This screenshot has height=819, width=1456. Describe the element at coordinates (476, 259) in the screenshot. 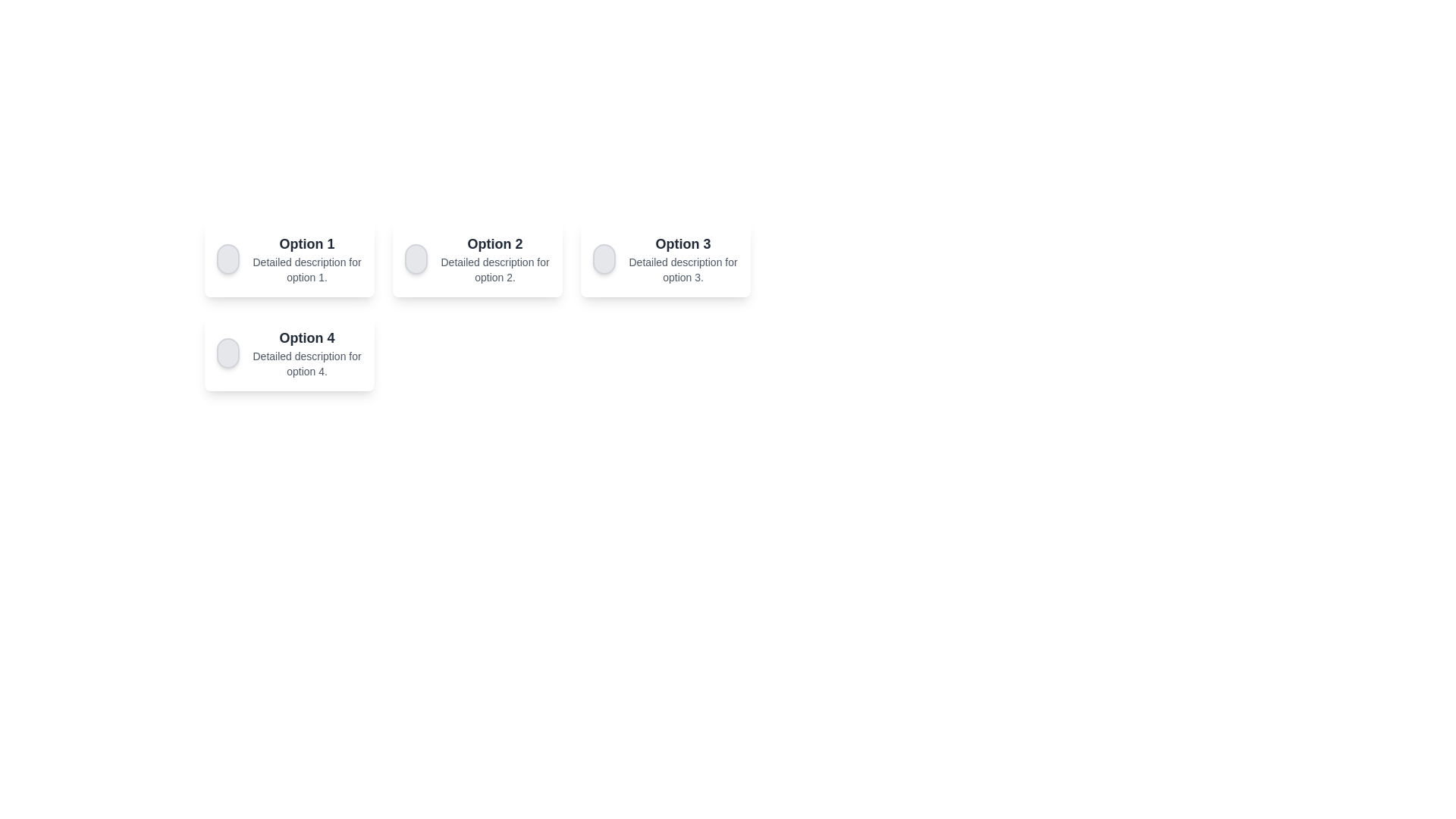

I see `the selectable option element that is the second choice in a grid of selectable cards, providing both a title and description` at that location.